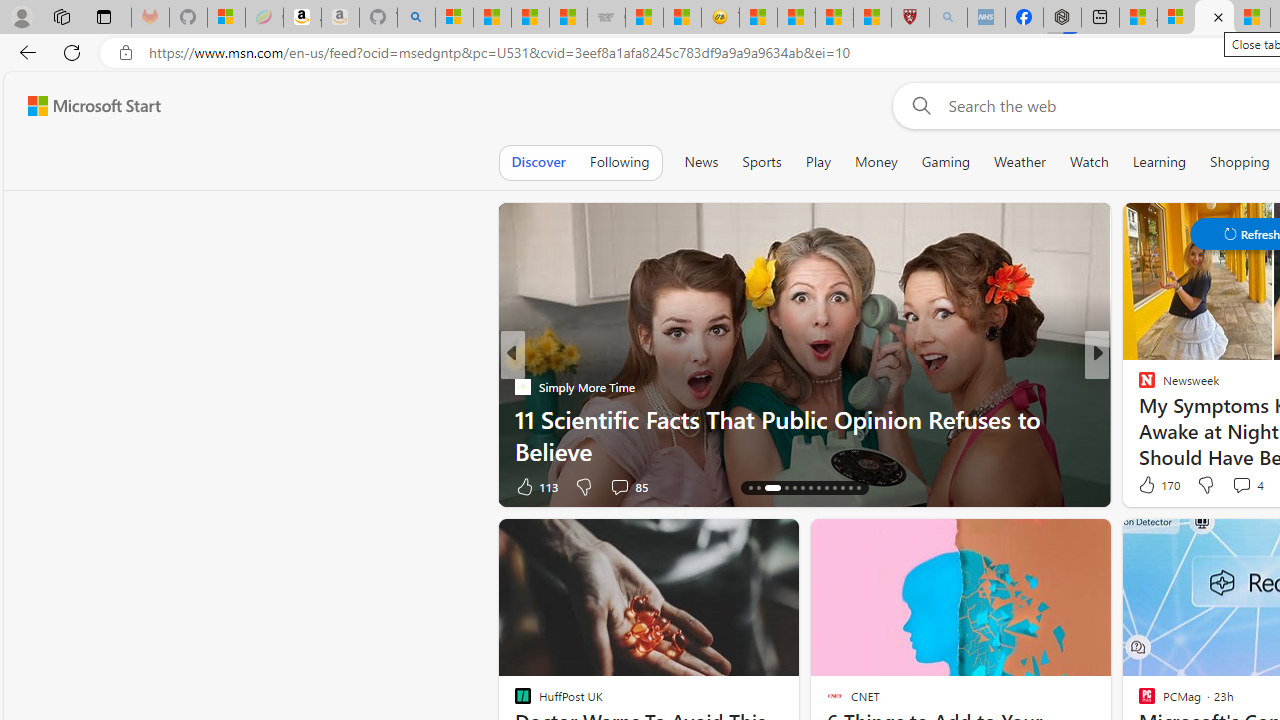 This screenshot has width=1280, height=720. Describe the element at coordinates (1234, 486) in the screenshot. I see `'View comments 5 Comment'` at that location.